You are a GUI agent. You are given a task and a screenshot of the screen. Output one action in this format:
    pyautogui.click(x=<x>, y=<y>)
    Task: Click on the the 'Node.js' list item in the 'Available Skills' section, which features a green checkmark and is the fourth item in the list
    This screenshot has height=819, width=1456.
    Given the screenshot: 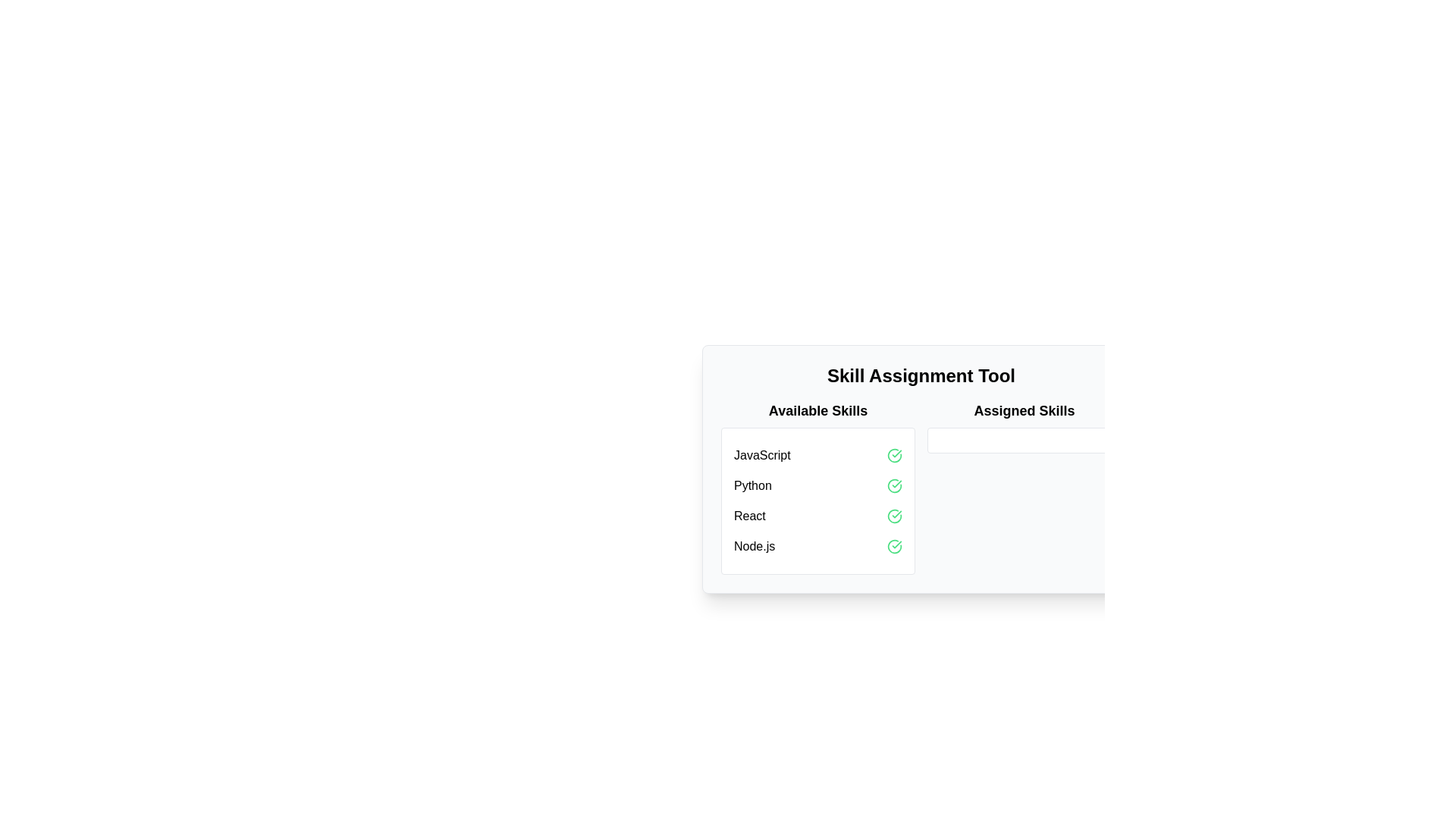 What is the action you would take?
    pyautogui.click(x=817, y=547)
    